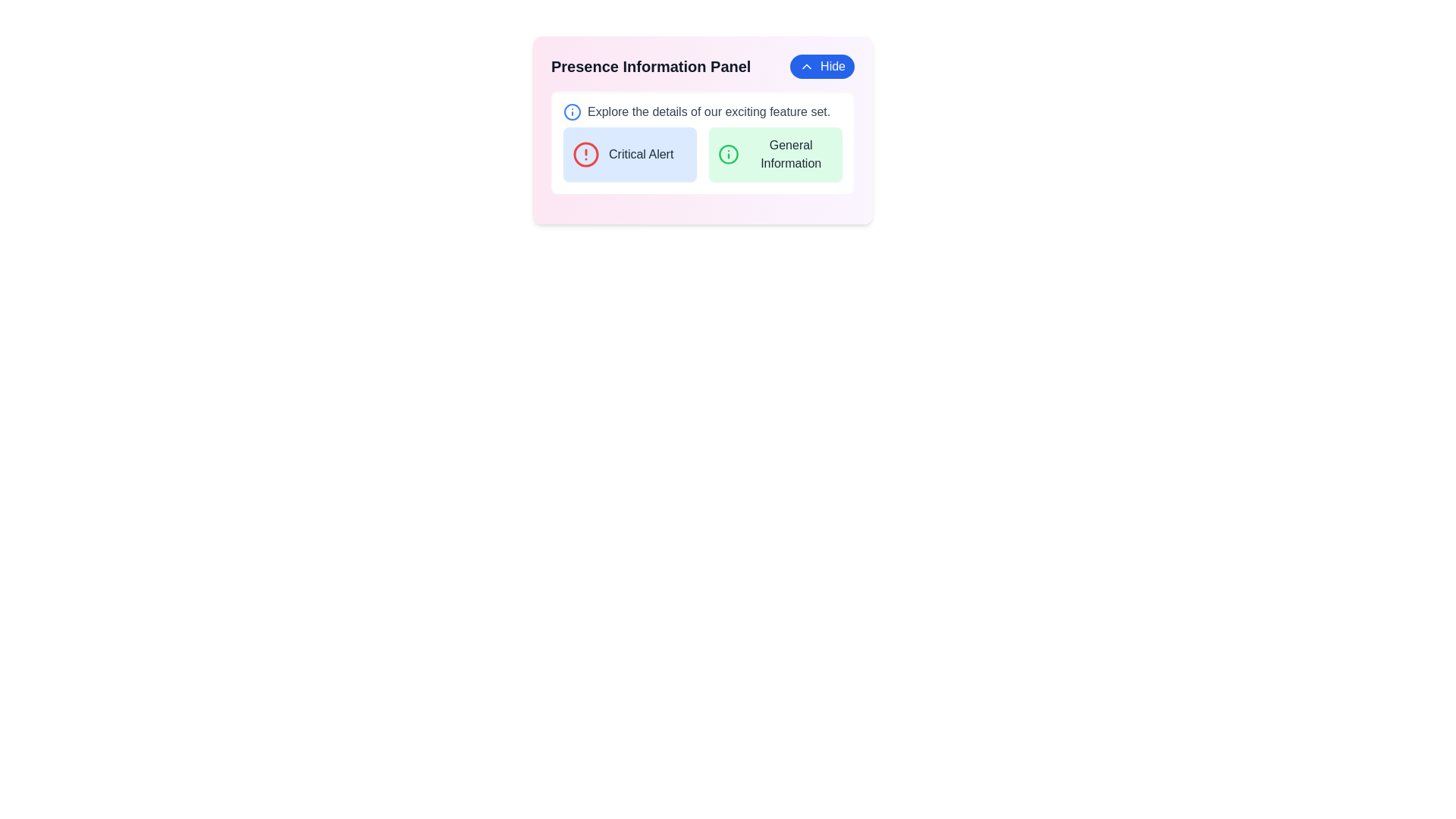 This screenshot has width=1456, height=819. What do you see at coordinates (585, 155) in the screenshot?
I see `the critical alert icon located in the 'Critical Alert' section, adjacent to the 'General Information' button` at bounding box center [585, 155].